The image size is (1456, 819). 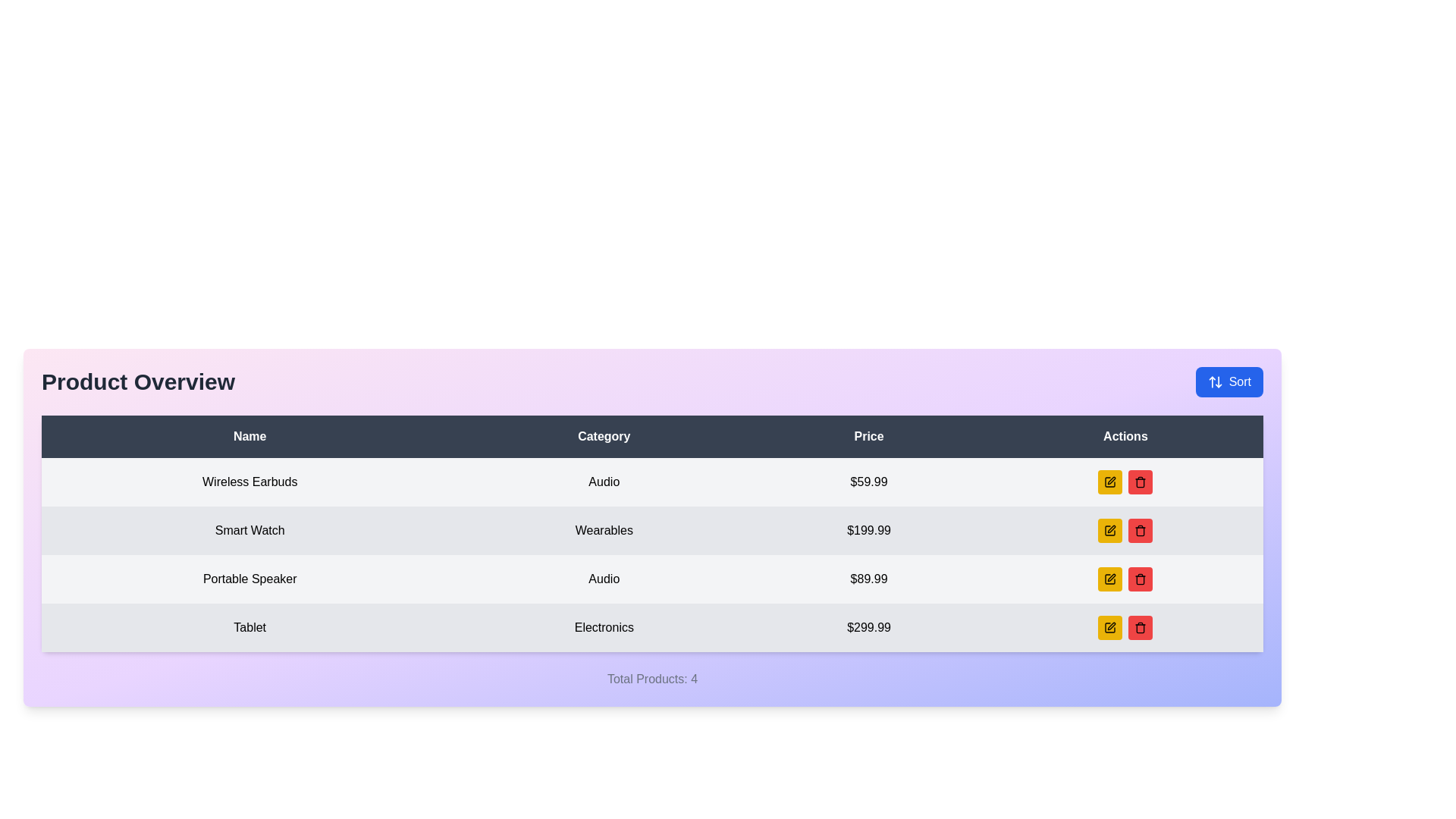 What do you see at coordinates (1125, 628) in the screenshot?
I see `the yellow edit button with a pen icon located in the 'Actions' column of the row associated with 'Tablet'` at bounding box center [1125, 628].